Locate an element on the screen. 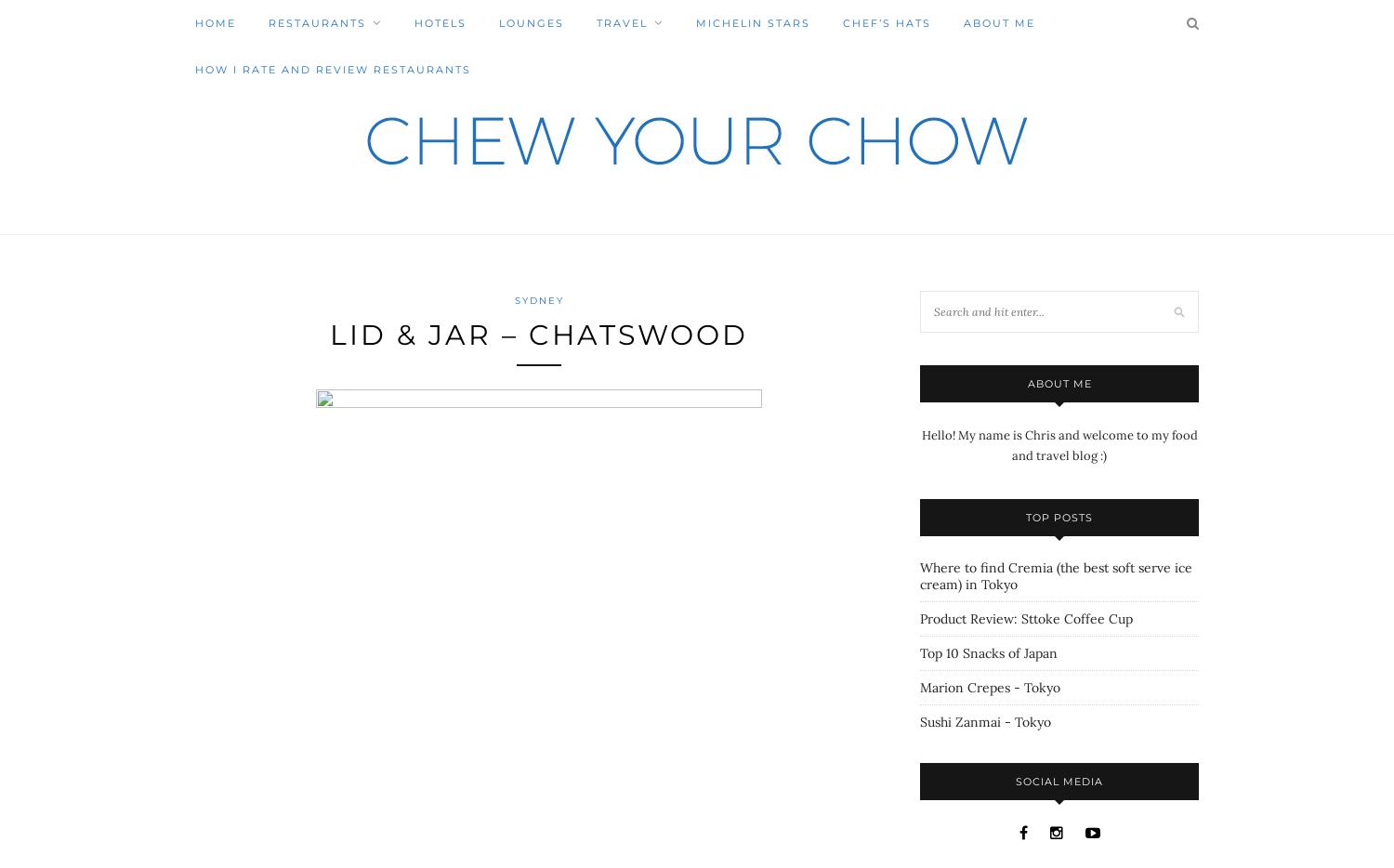 The height and width of the screenshot is (868, 1394). 'Product Review: Sttoke Coffee Cup' is located at coordinates (1025, 618).